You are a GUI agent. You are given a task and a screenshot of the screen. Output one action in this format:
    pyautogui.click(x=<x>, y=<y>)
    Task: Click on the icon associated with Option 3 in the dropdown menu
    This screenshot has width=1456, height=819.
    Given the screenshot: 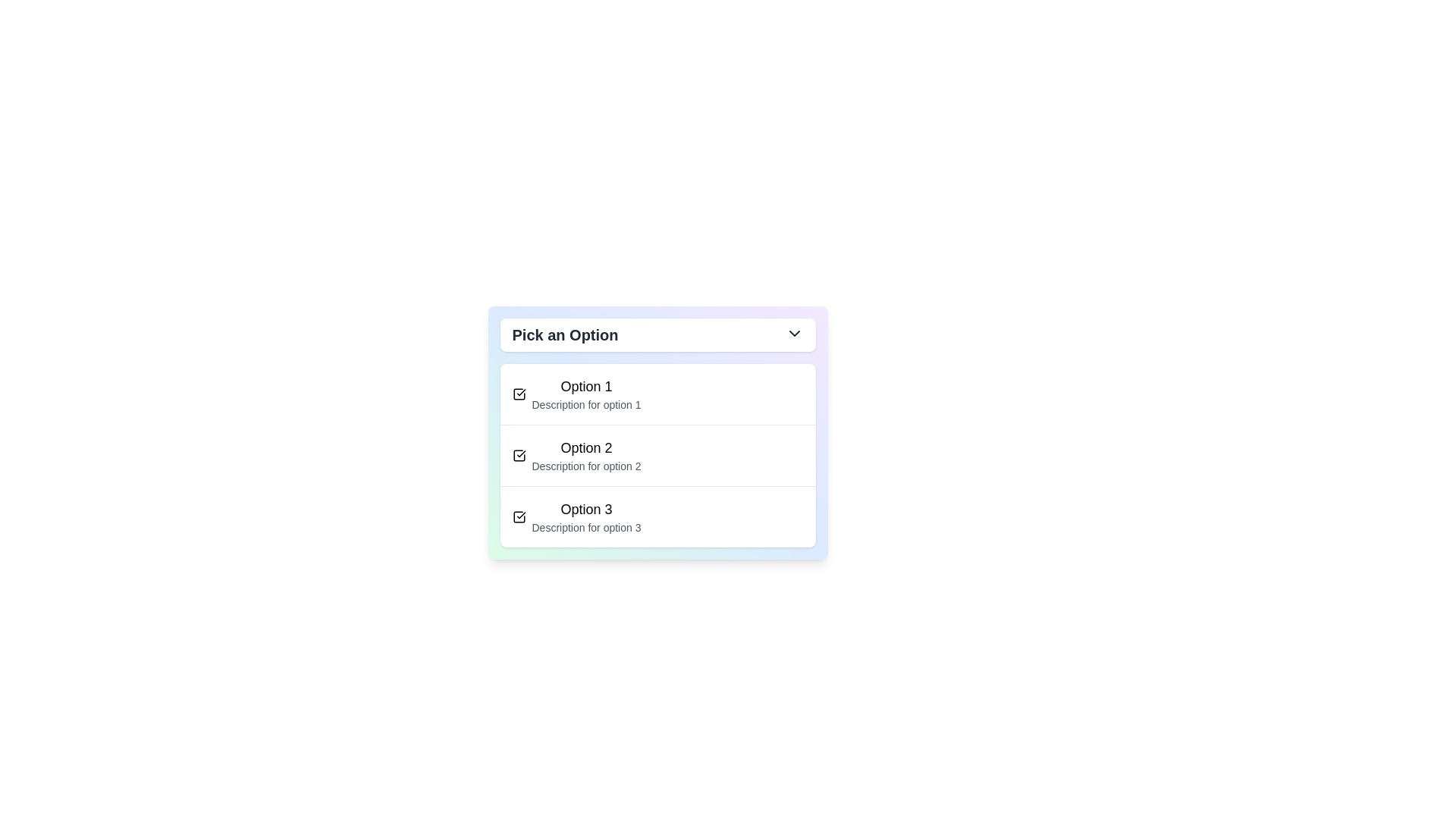 What is the action you would take?
    pyautogui.click(x=519, y=516)
    